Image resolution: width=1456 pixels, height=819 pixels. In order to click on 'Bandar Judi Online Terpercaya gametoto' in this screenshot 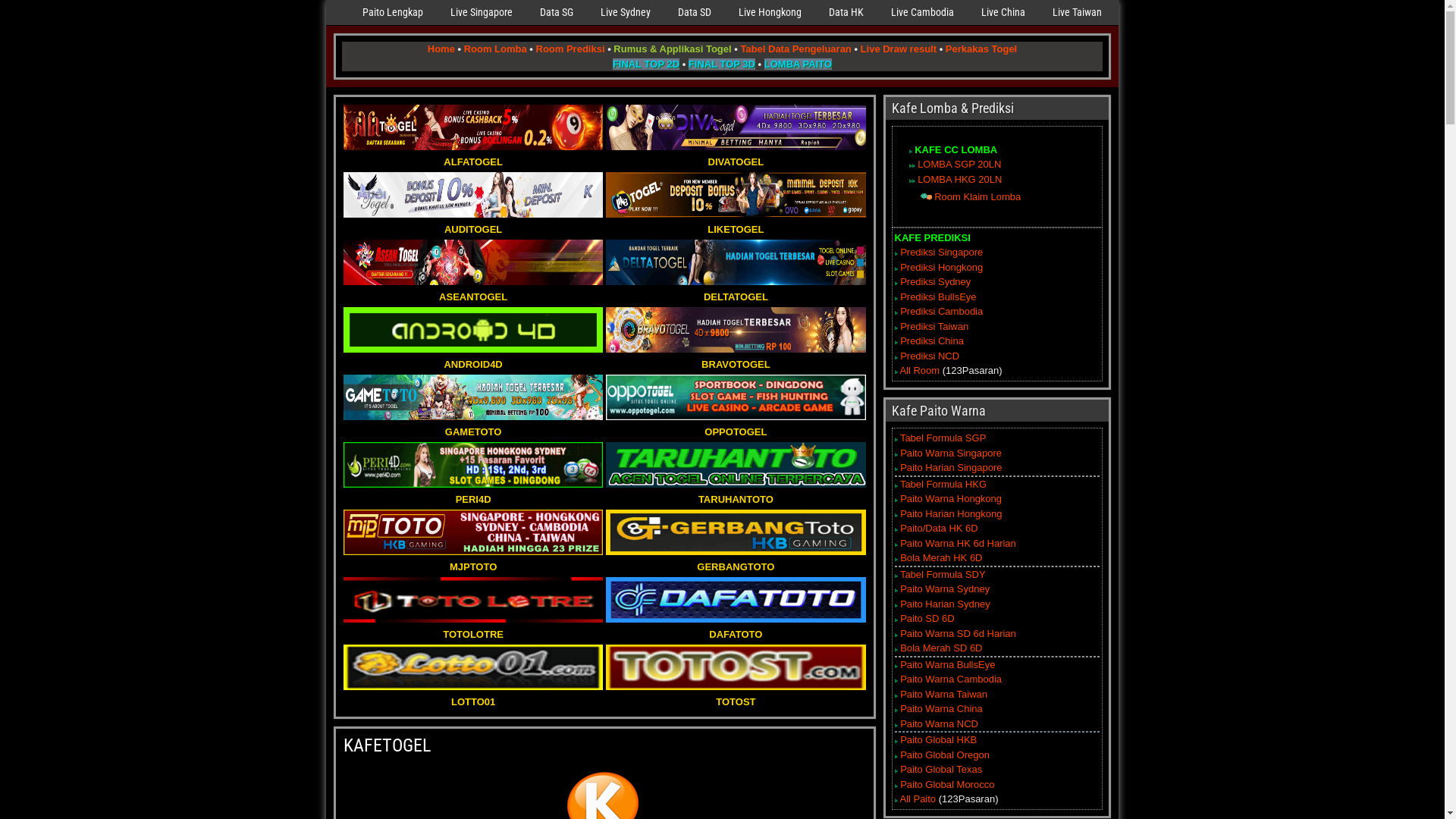, I will do `click(472, 397)`.